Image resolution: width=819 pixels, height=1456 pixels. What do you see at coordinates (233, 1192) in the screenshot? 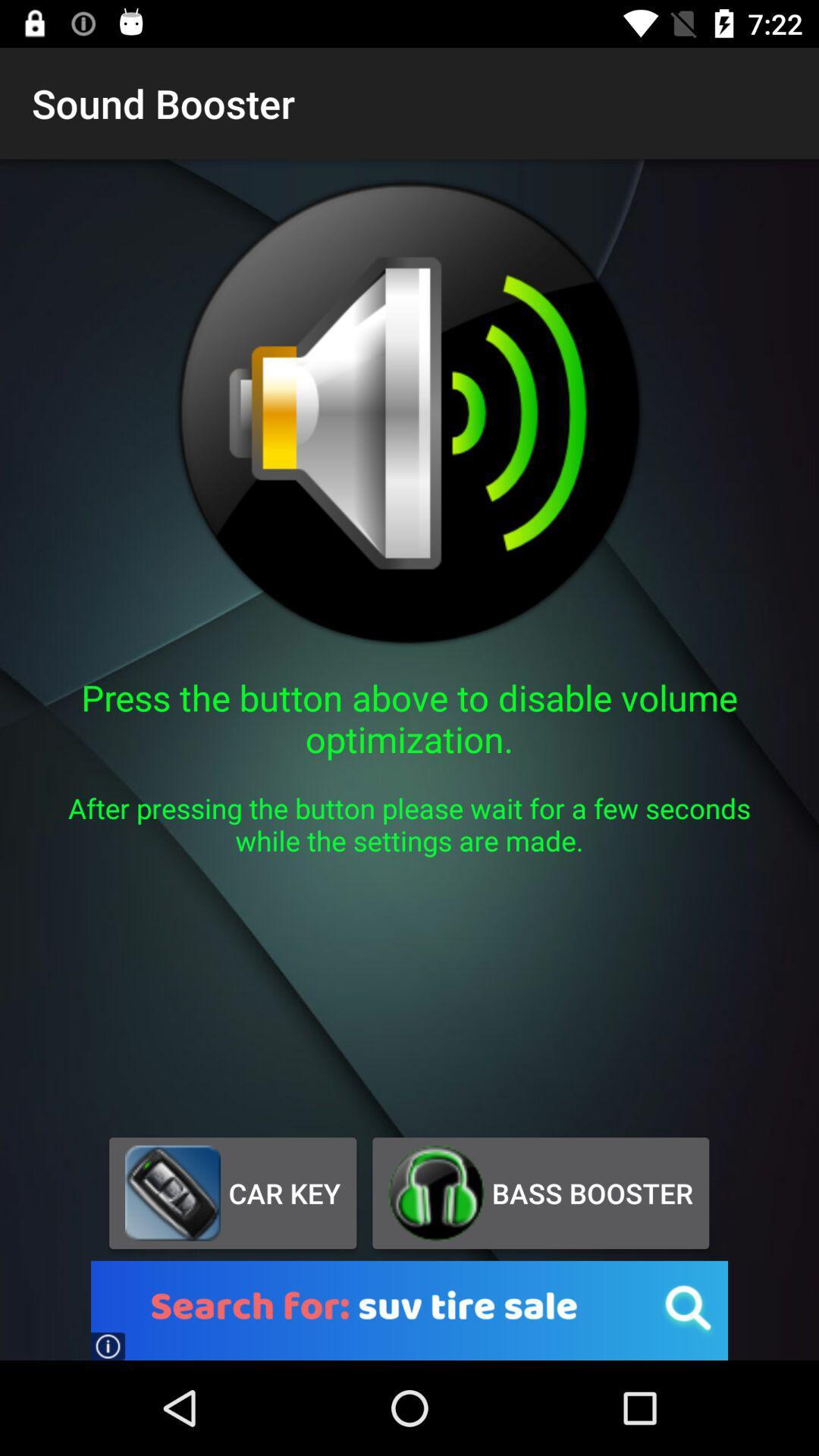
I see `the icon next to bass booster button` at bounding box center [233, 1192].